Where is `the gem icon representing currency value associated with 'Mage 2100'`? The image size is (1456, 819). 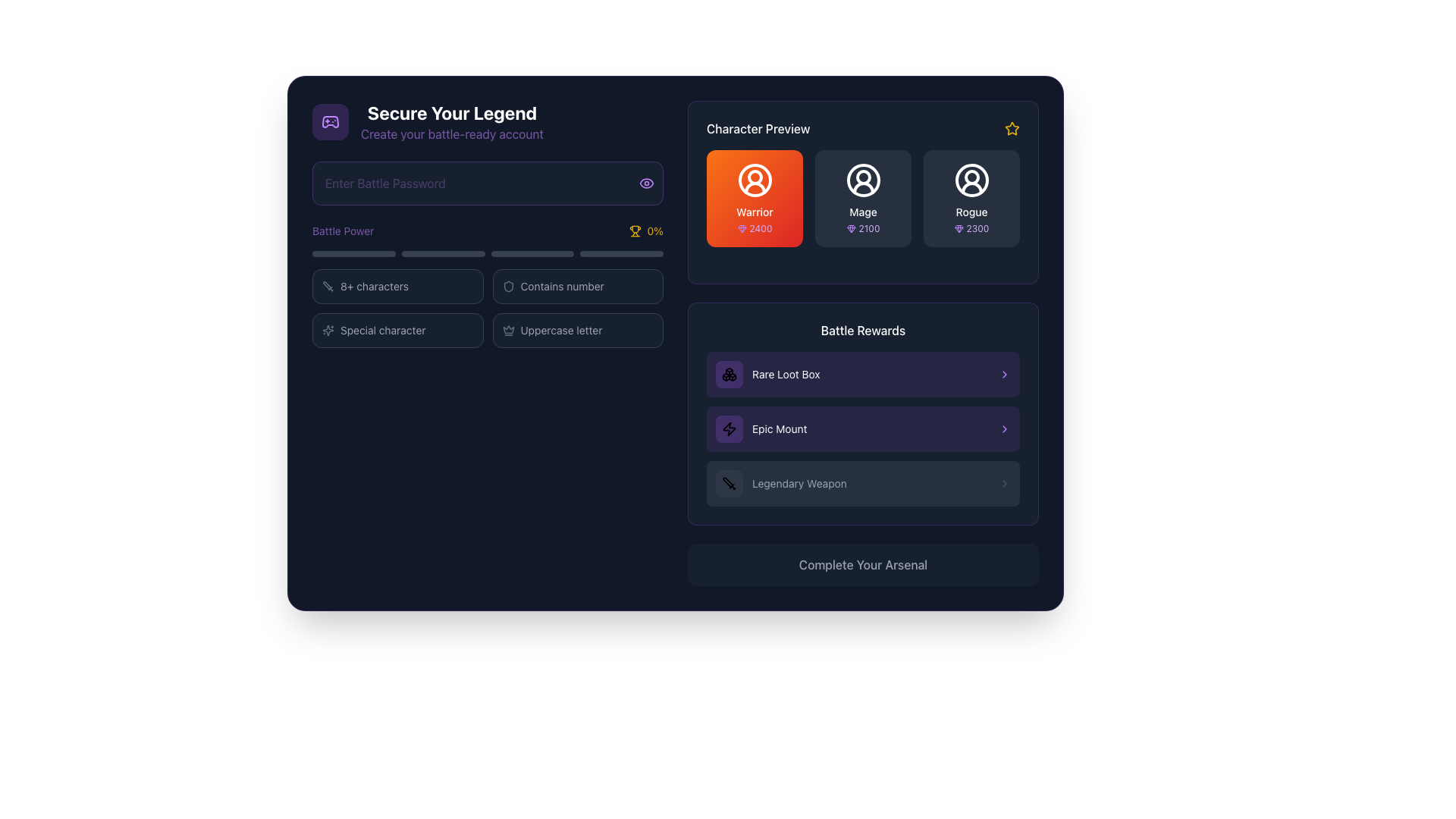 the gem icon representing currency value associated with 'Mage 2100' is located at coordinates (851, 228).